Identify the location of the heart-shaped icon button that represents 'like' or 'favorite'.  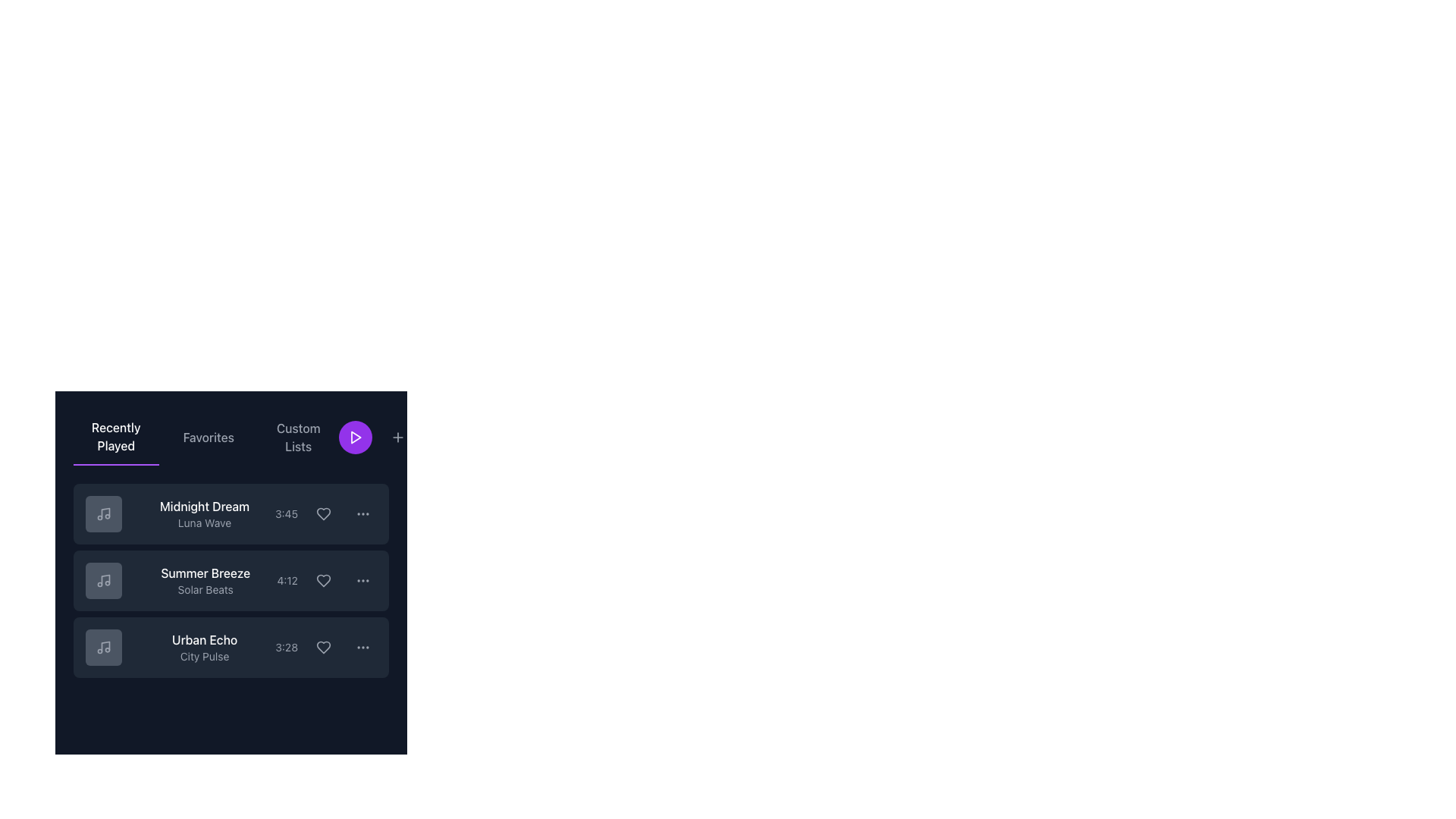
(323, 647).